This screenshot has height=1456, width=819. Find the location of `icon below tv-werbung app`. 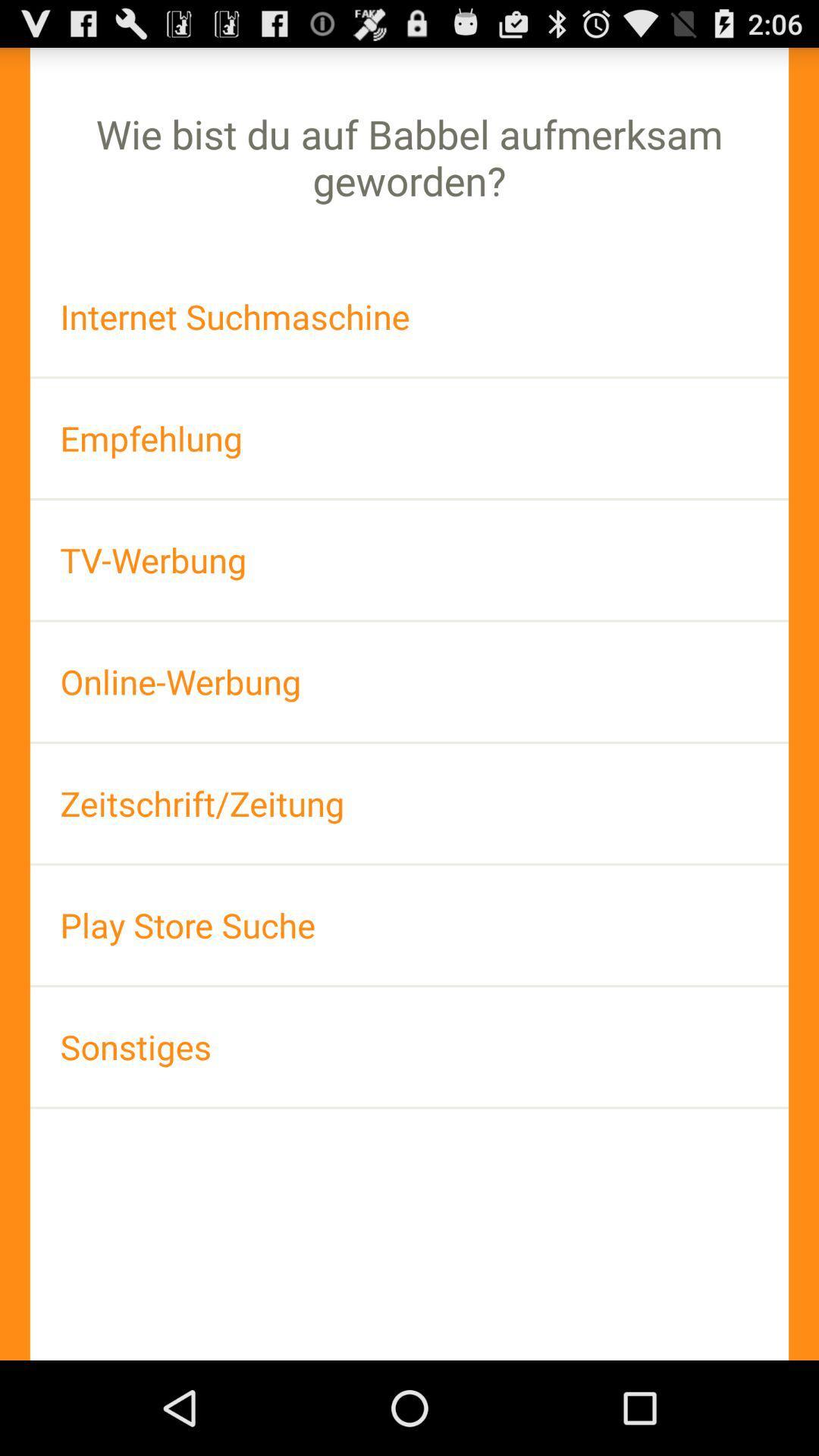

icon below tv-werbung app is located at coordinates (409, 681).